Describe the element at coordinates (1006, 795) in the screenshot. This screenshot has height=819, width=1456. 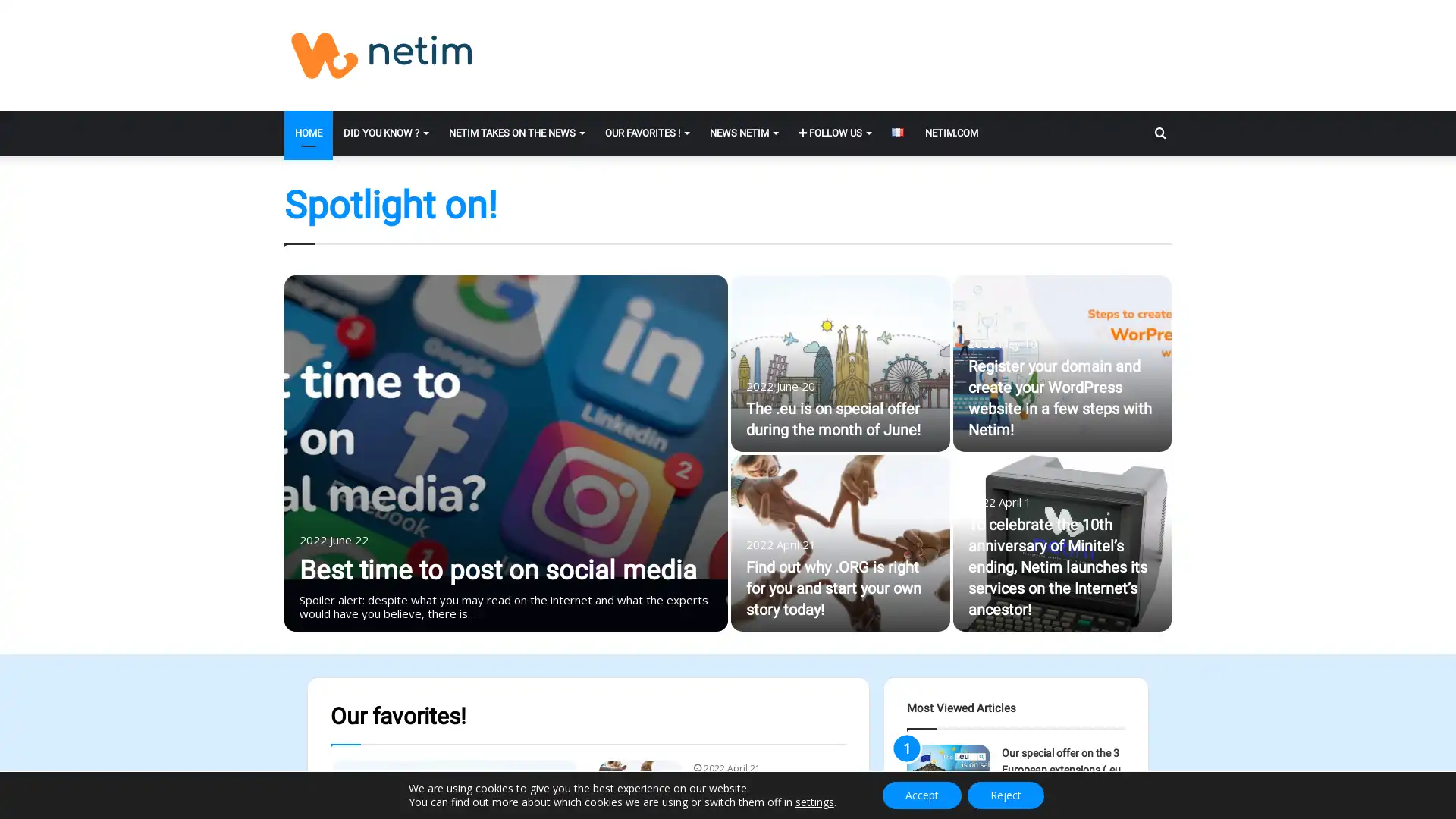
I see `Reject` at that location.